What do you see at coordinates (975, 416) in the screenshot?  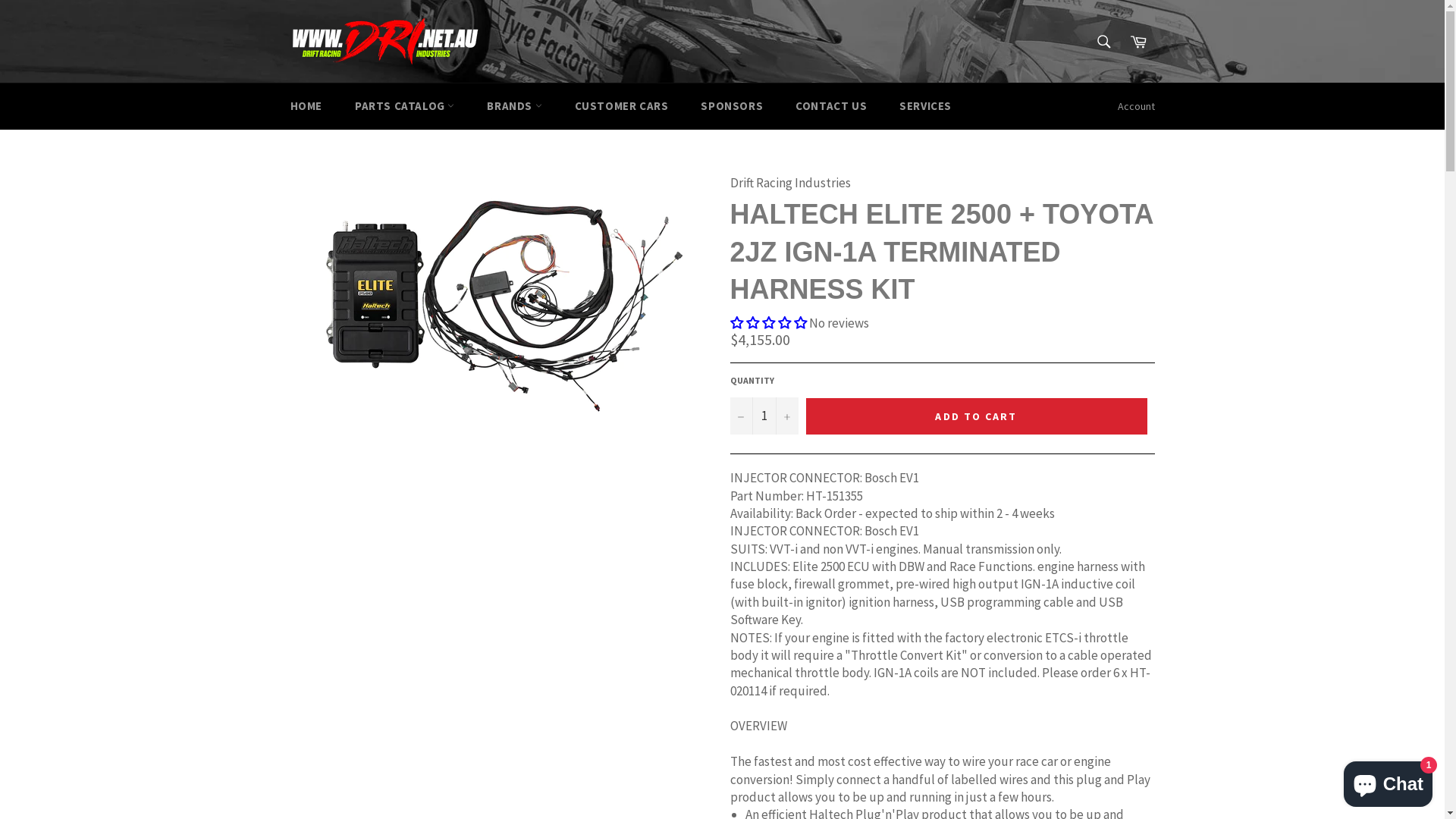 I see `'ADD TO CART'` at bounding box center [975, 416].